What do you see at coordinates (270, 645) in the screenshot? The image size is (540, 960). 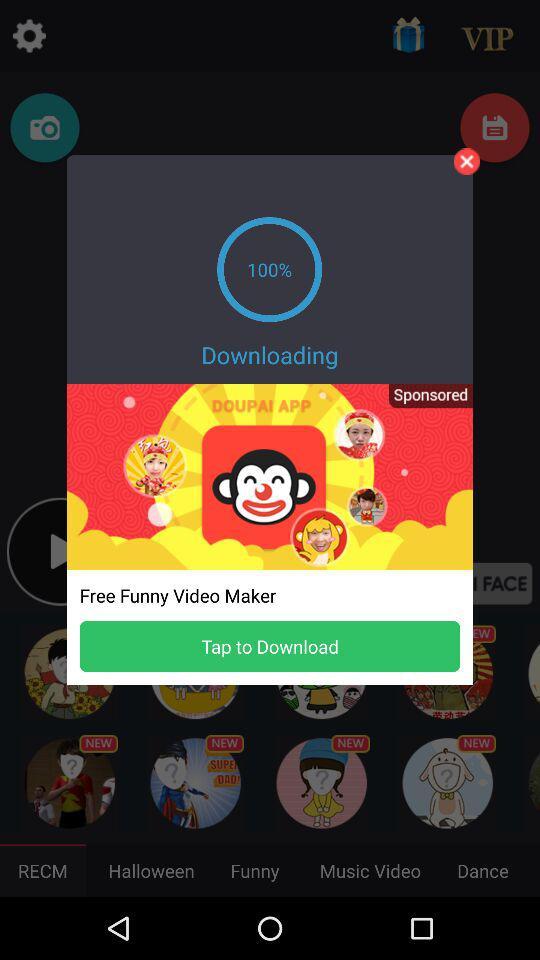 I see `icon below free funny video` at bounding box center [270, 645].